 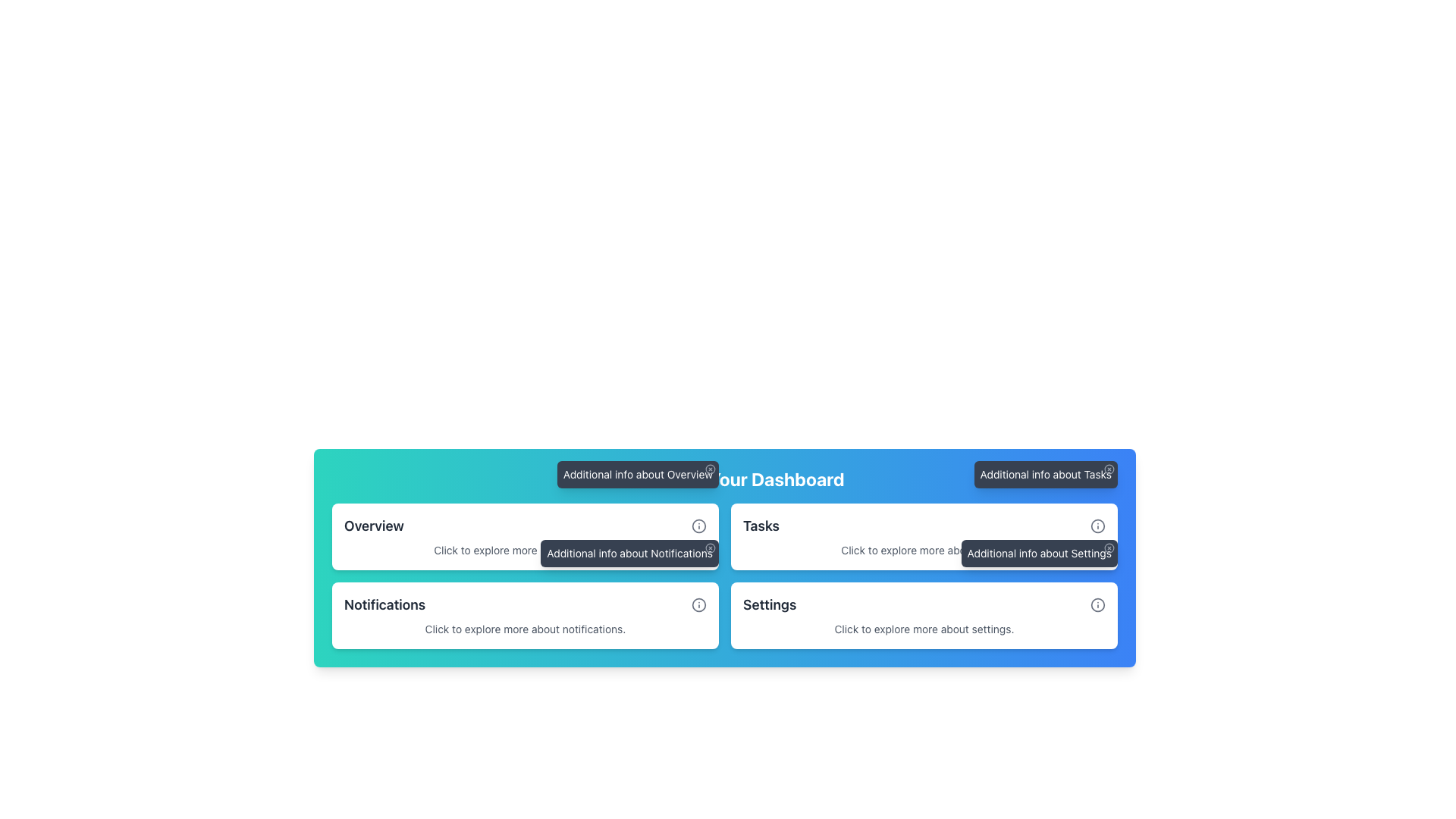 What do you see at coordinates (1109, 468) in the screenshot?
I see `the SVG circle component located at the top-right corner of the tooltip box labeled 'Additional info about Tasks.'` at bounding box center [1109, 468].